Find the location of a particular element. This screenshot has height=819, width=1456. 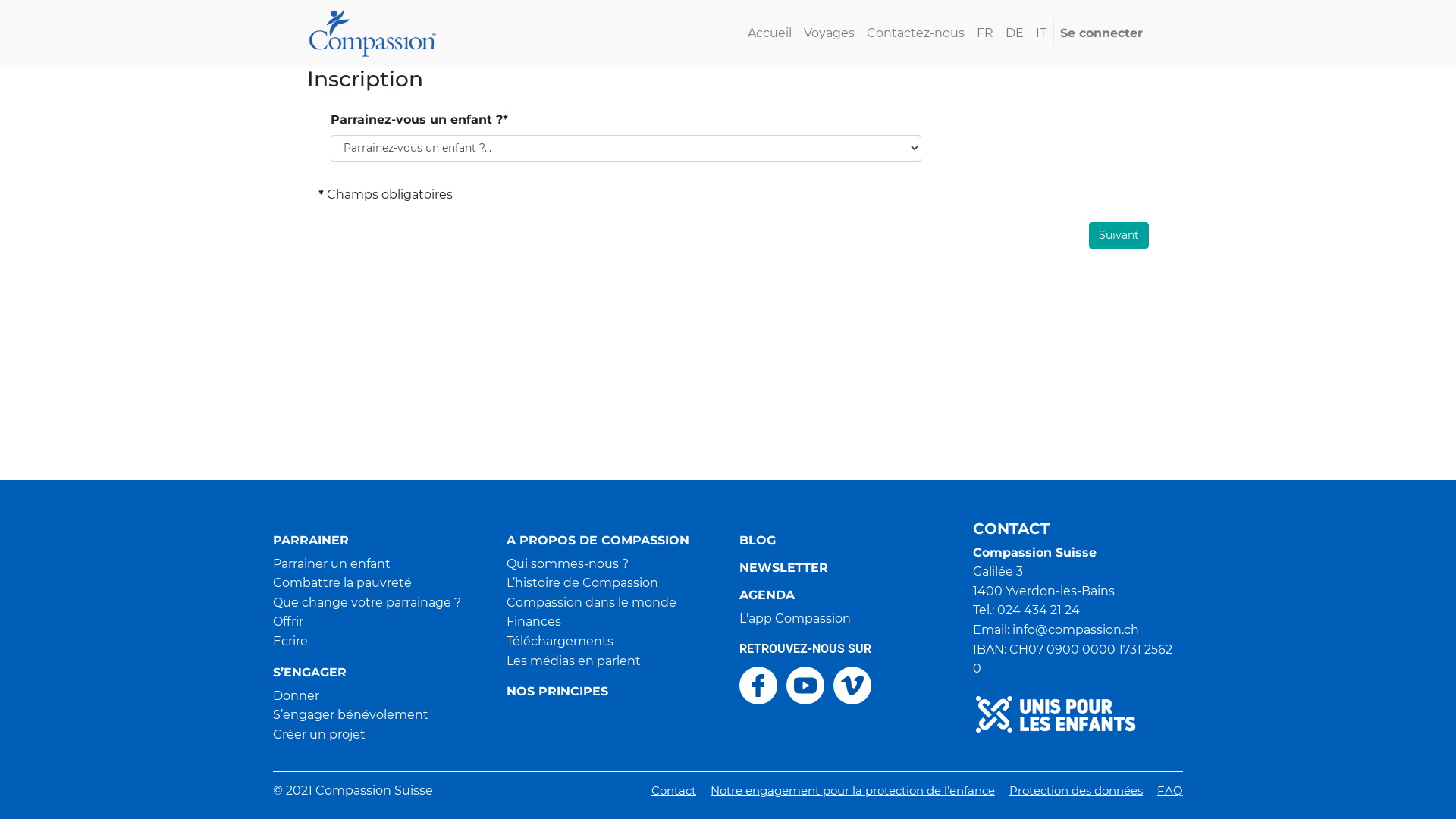

'Suivant' is located at coordinates (1119, 235).